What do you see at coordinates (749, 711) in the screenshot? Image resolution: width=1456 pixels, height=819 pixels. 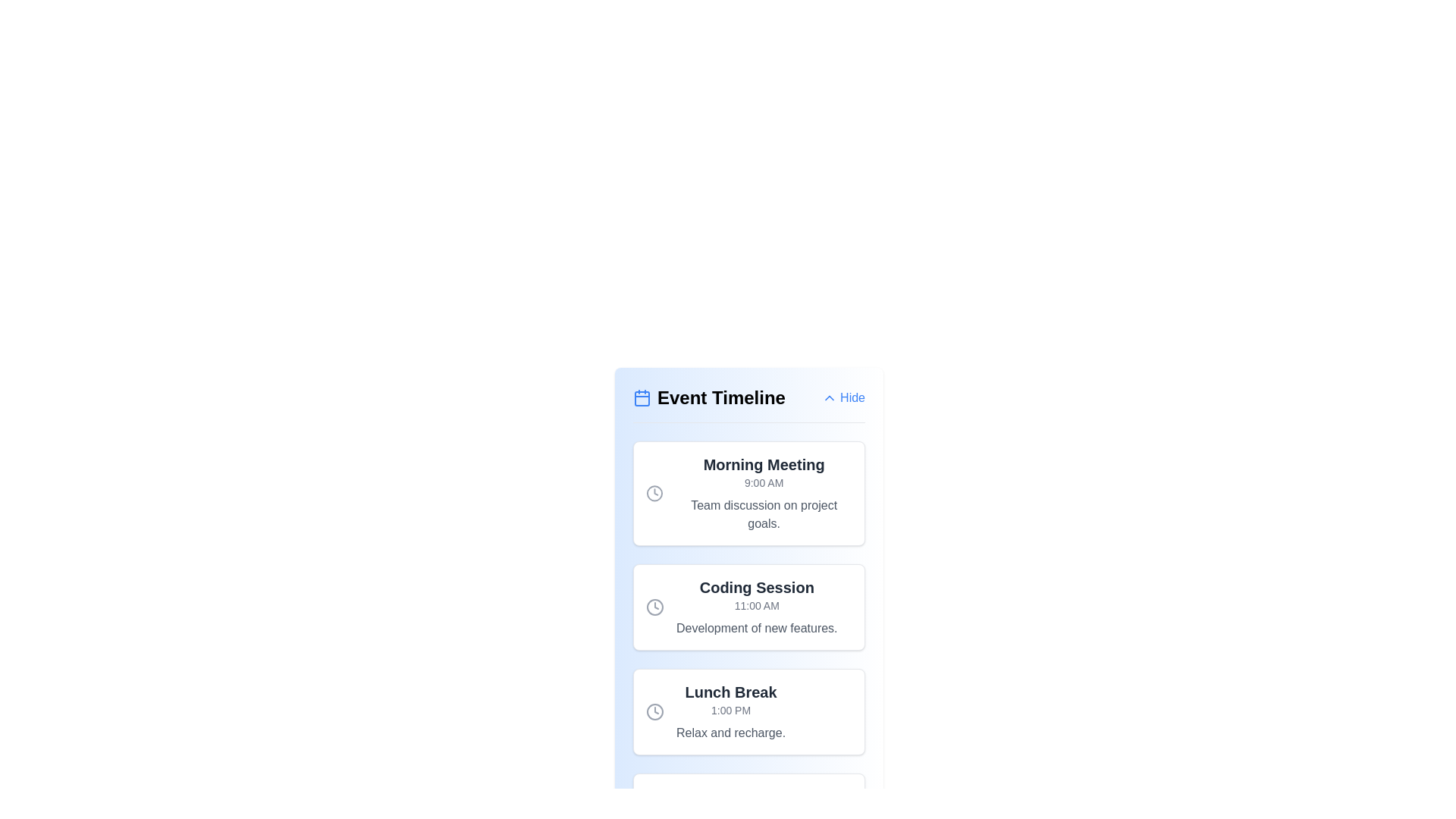 I see `the Informational card for the 'Lunch Break' event, which is the third block-event in the timeline interface, positioned centrally below the 'Coding Session' event` at bounding box center [749, 711].